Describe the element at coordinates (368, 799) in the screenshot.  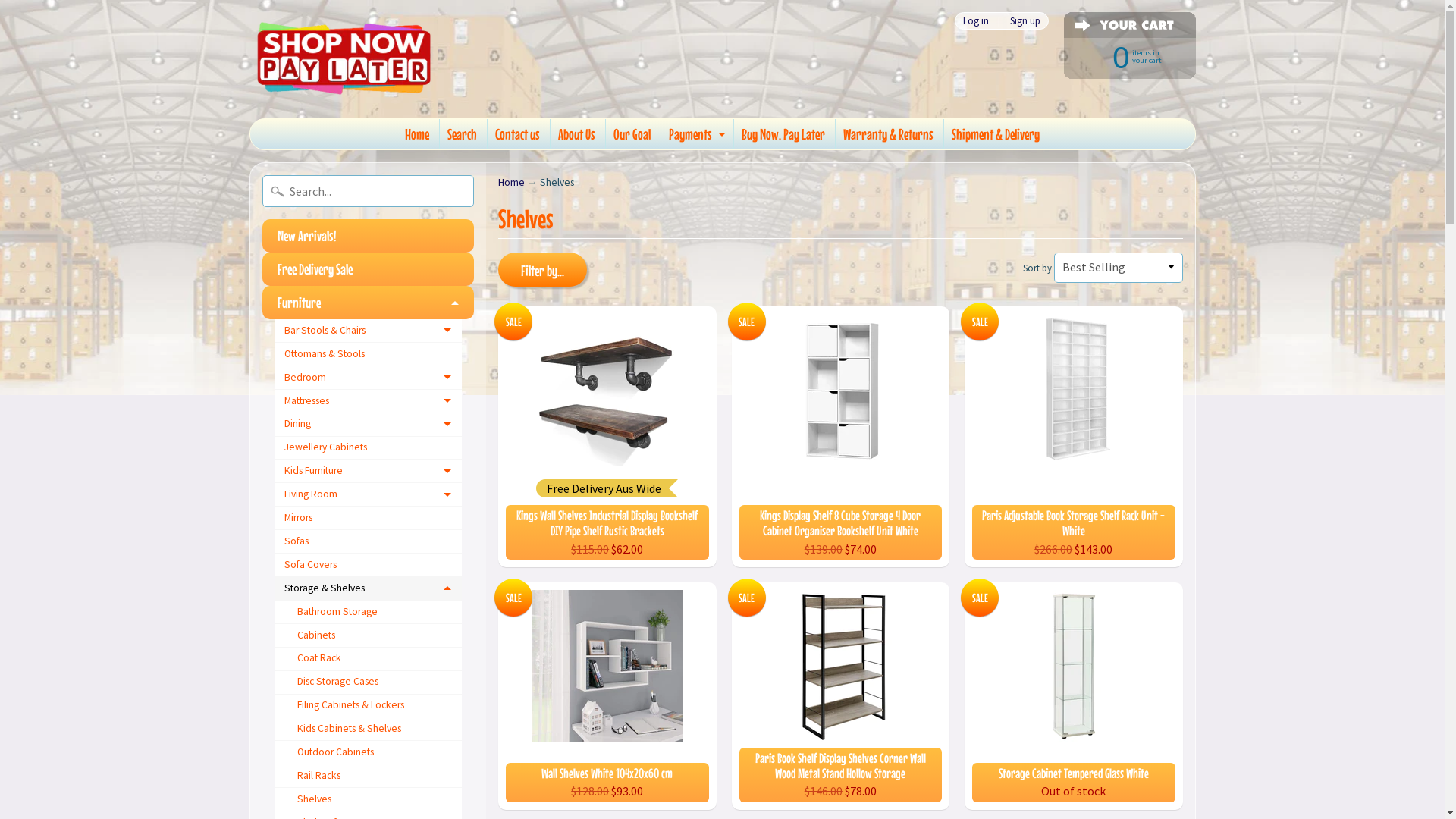
I see `'Shelves'` at that location.